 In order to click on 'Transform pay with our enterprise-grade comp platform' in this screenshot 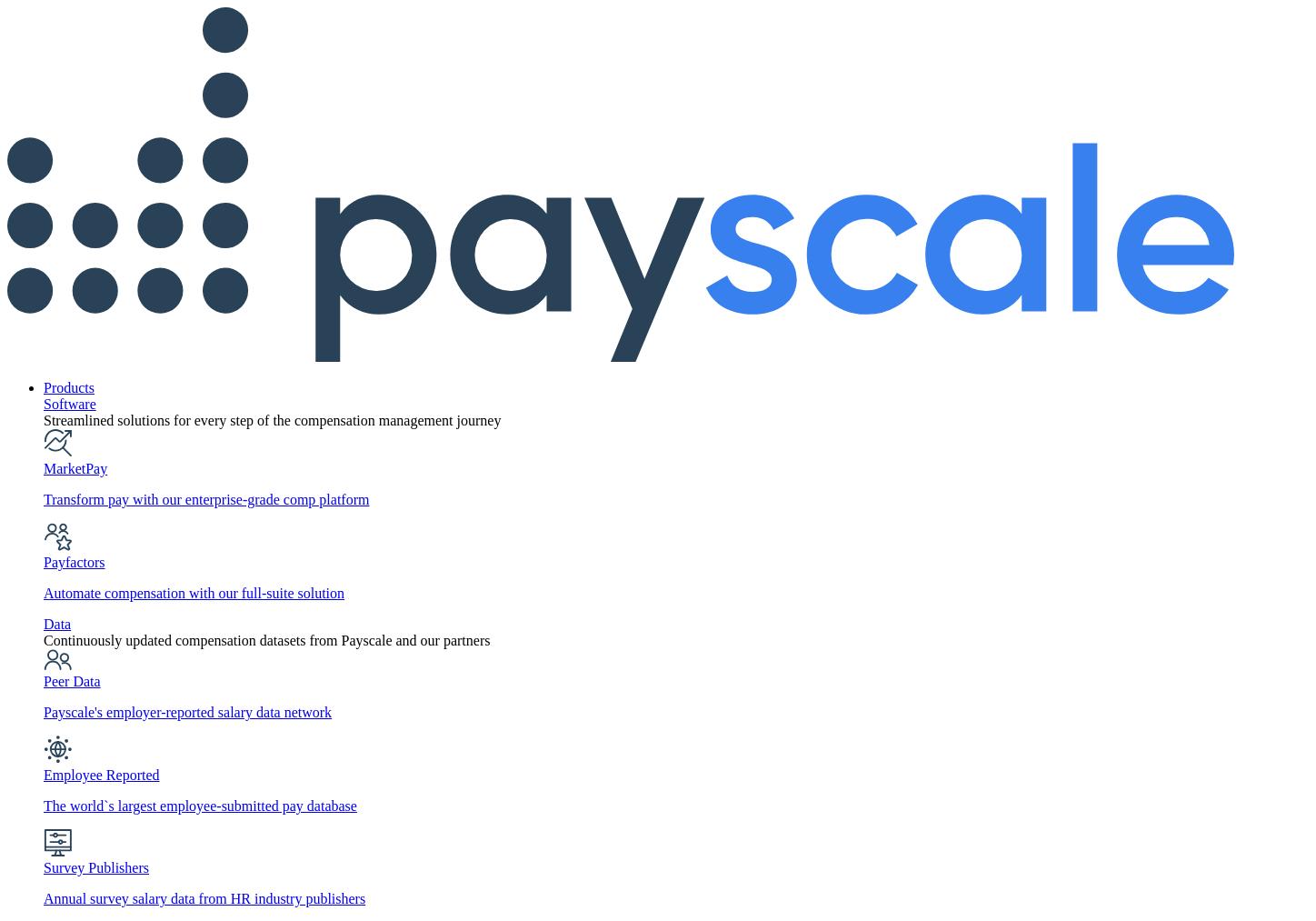, I will do `click(206, 499)`.